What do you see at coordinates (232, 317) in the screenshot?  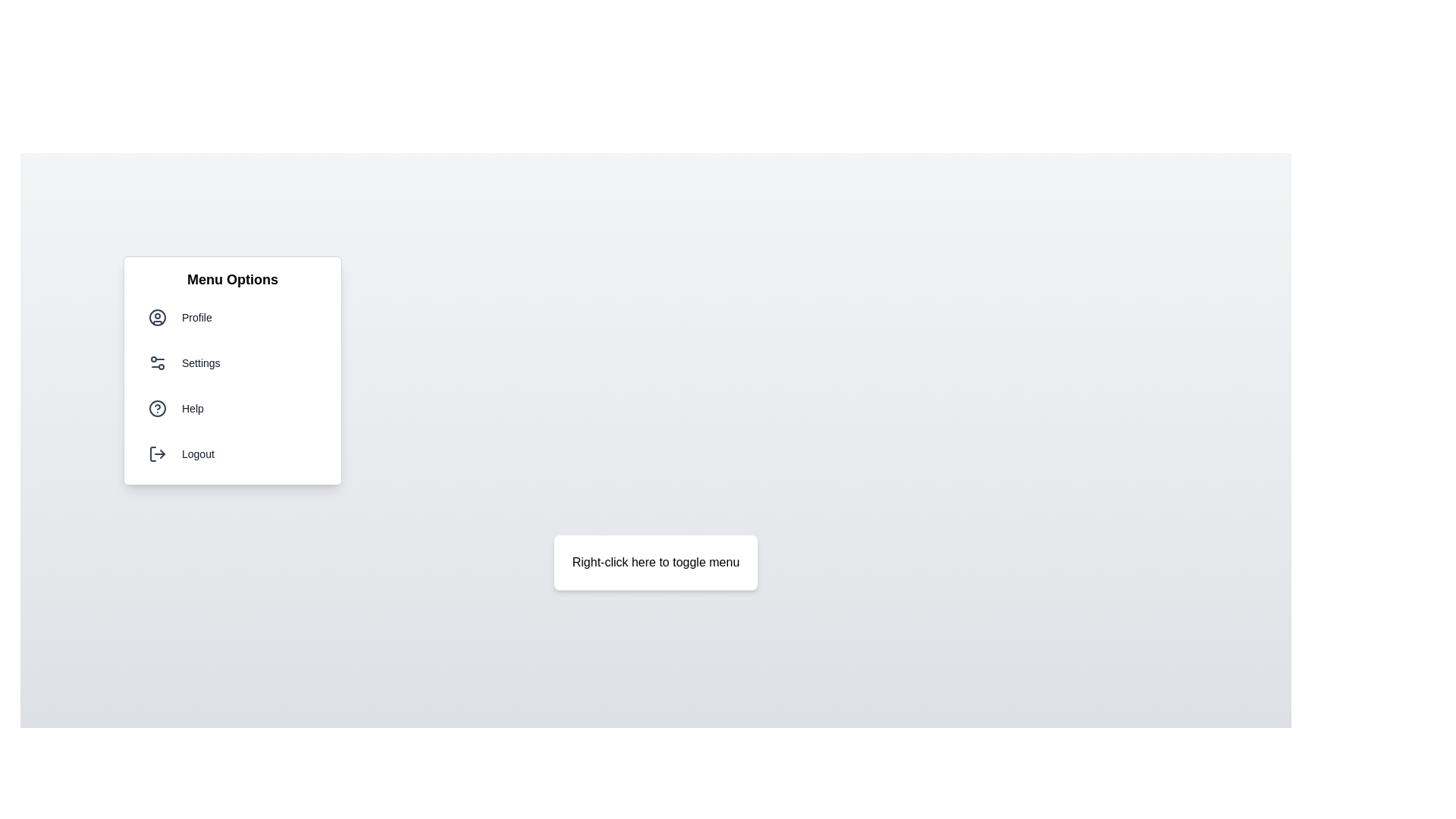 I see `the menu option Profile from the menu` at bounding box center [232, 317].